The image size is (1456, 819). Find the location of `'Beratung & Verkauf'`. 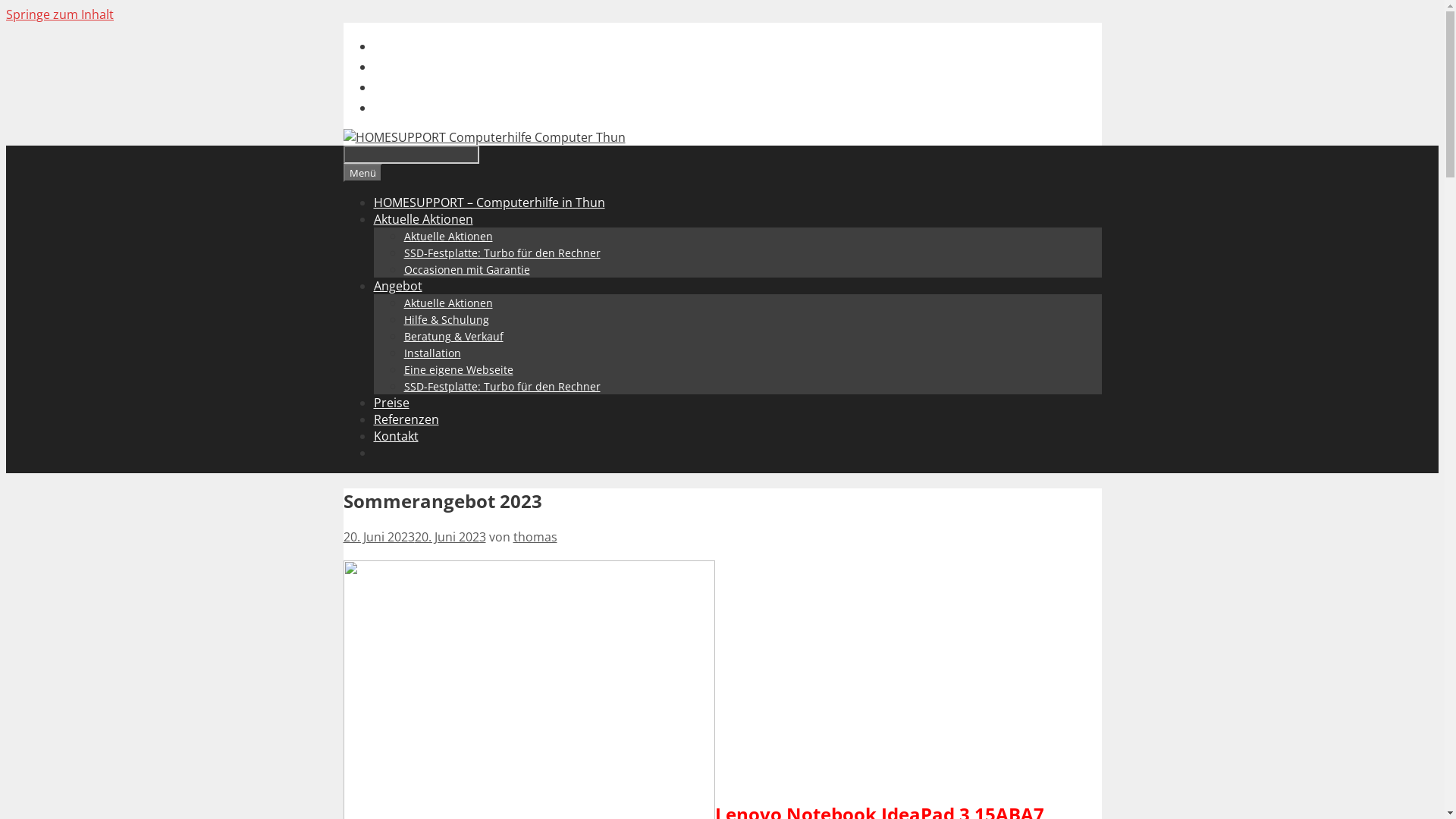

'Beratung & Verkauf' is located at coordinates (452, 335).